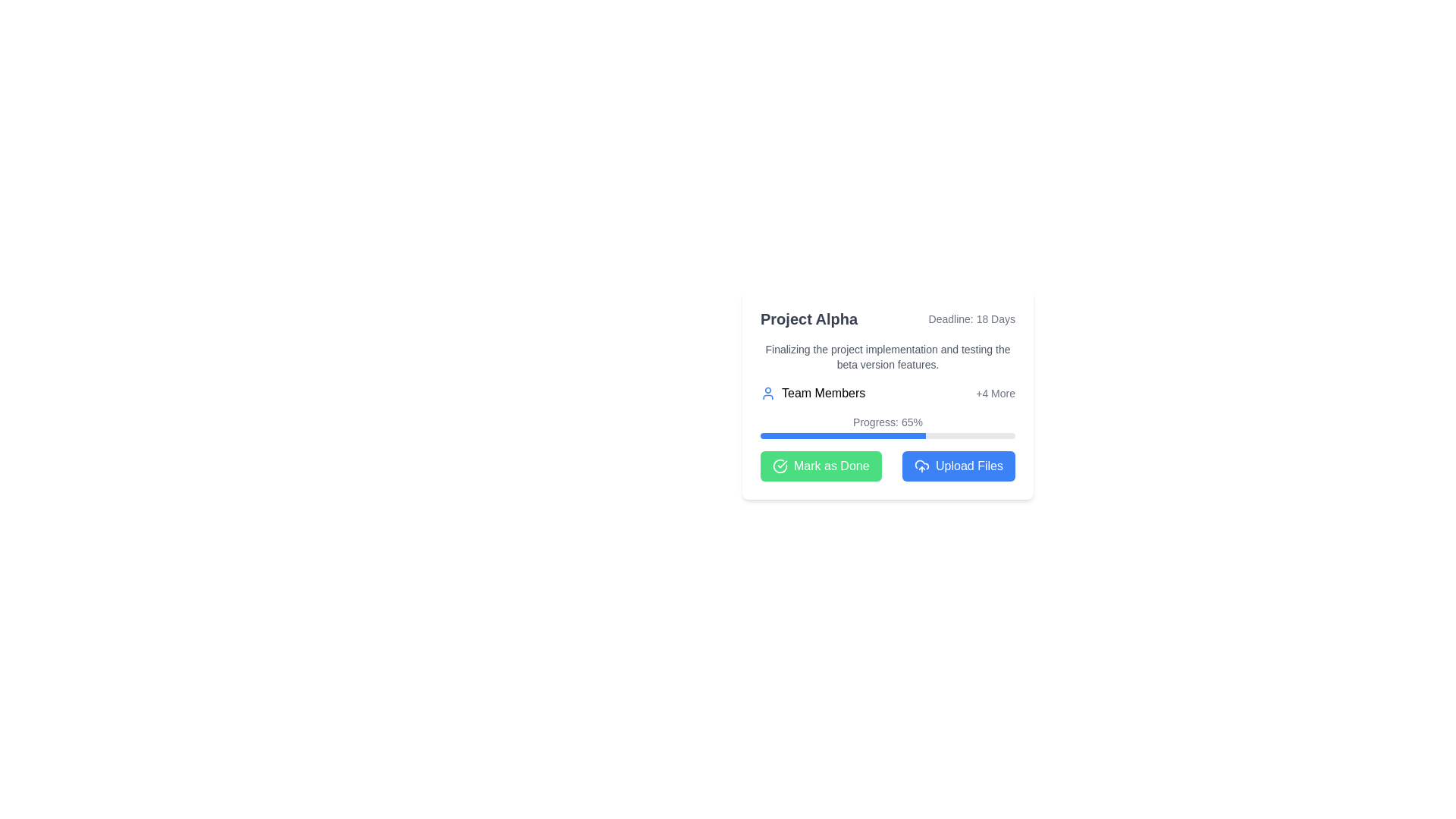  I want to click on the button below the 'Progress: 65%' text and to the left of the blue button labeled 'Upload Files' to mark the task as completed, so click(820, 465).